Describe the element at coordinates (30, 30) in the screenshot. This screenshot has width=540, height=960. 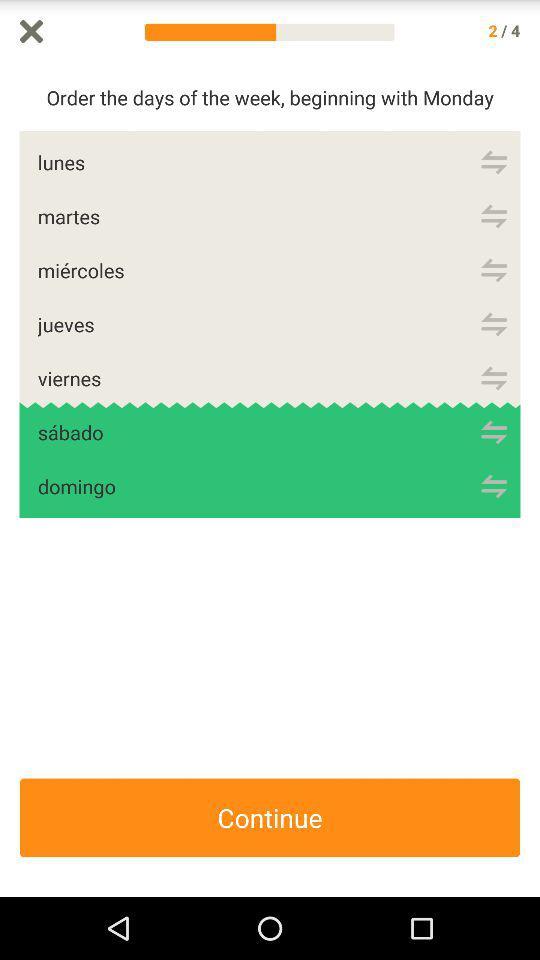
I see `icon at the top left corner` at that location.